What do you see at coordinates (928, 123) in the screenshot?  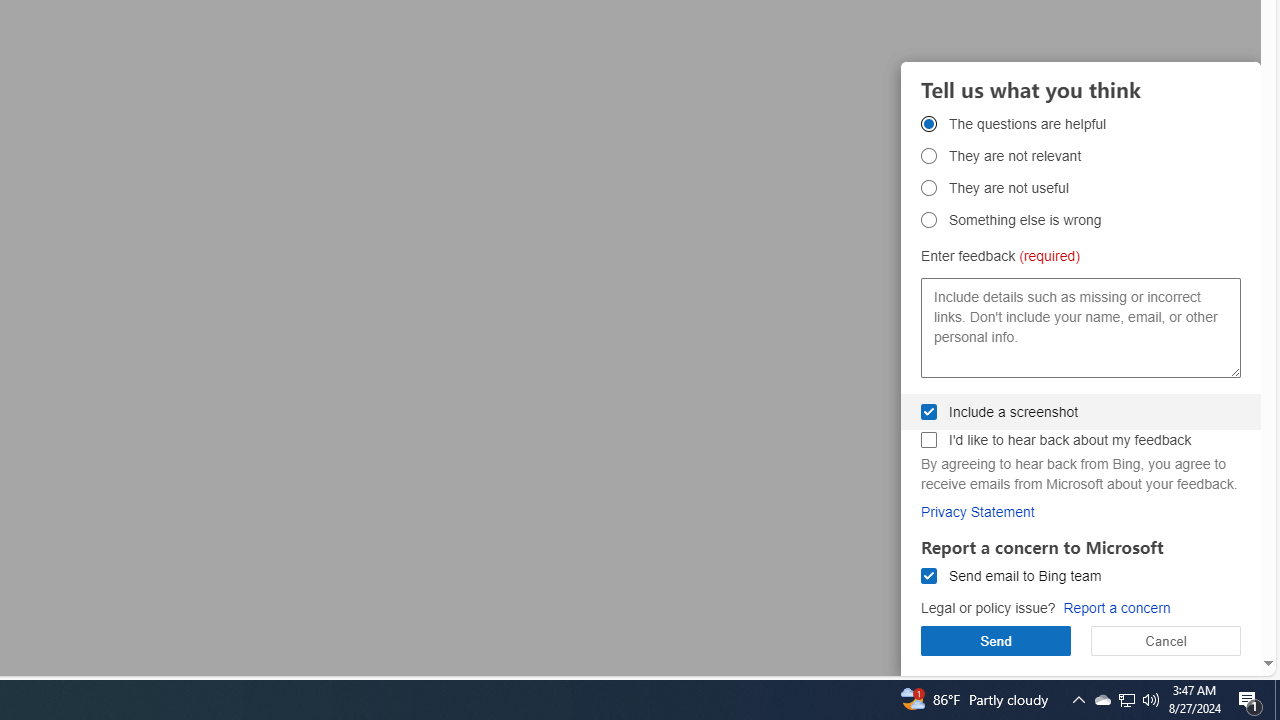 I see `'The questions are helpful The questions are helpful'` at bounding box center [928, 123].